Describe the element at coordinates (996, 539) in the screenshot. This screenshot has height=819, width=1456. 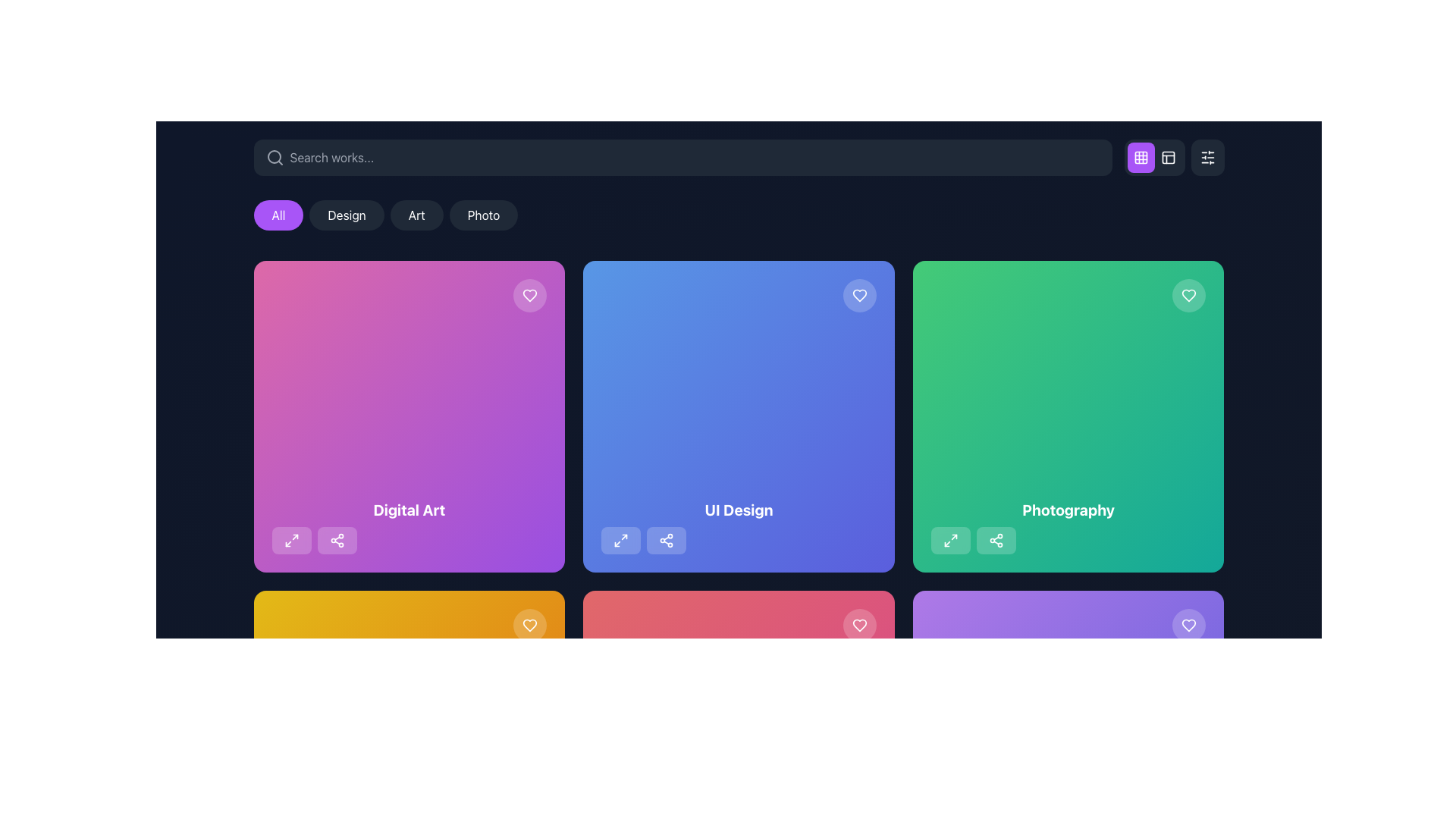
I see `the small circular icon button with three dots connected by lines, located in the bottom-right of the green card titled 'Photography'` at that location.